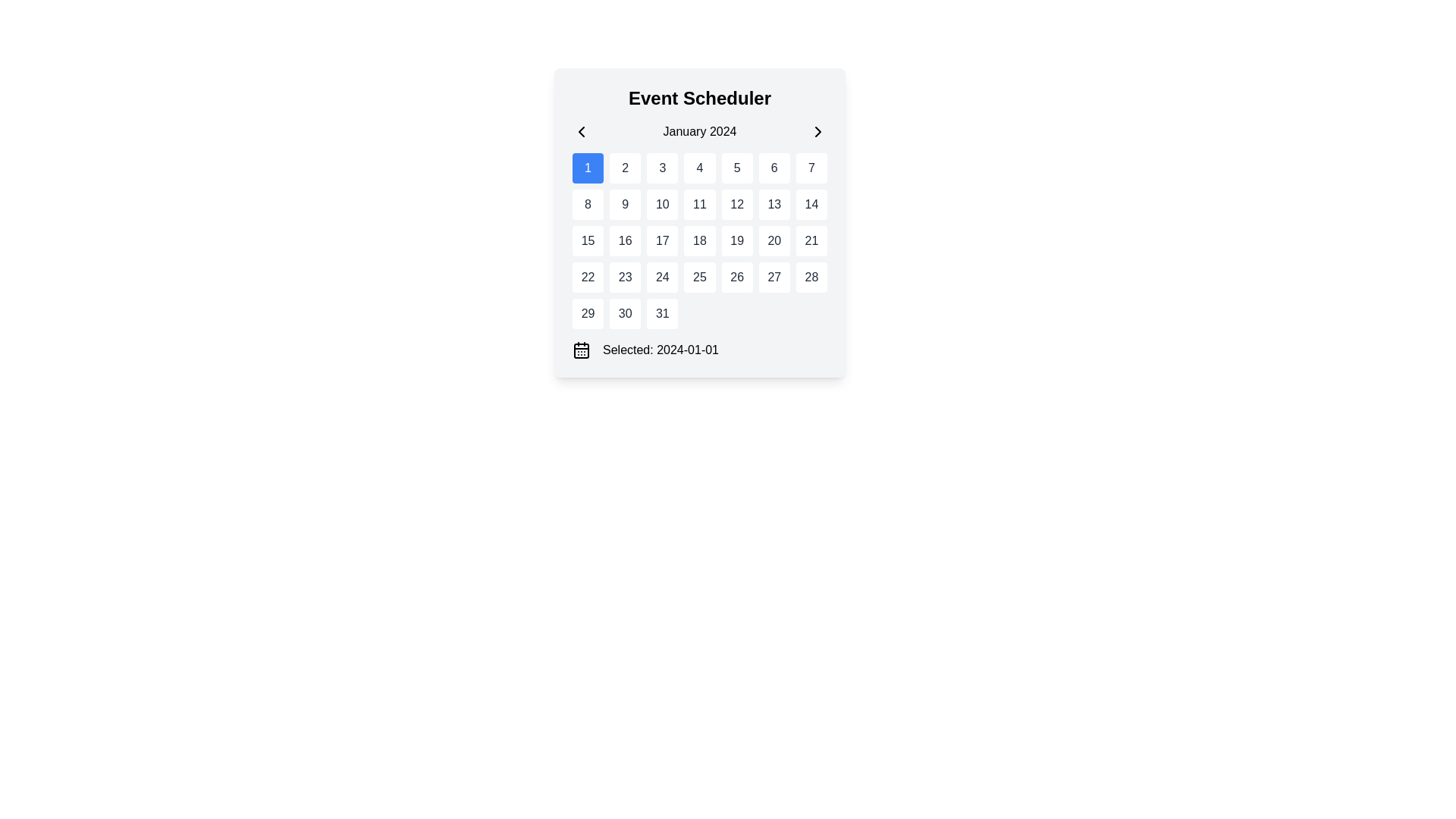  What do you see at coordinates (625, 240) in the screenshot?
I see `the Date cell in the calendar grid that contains the number '16'` at bounding box center [625, 240].